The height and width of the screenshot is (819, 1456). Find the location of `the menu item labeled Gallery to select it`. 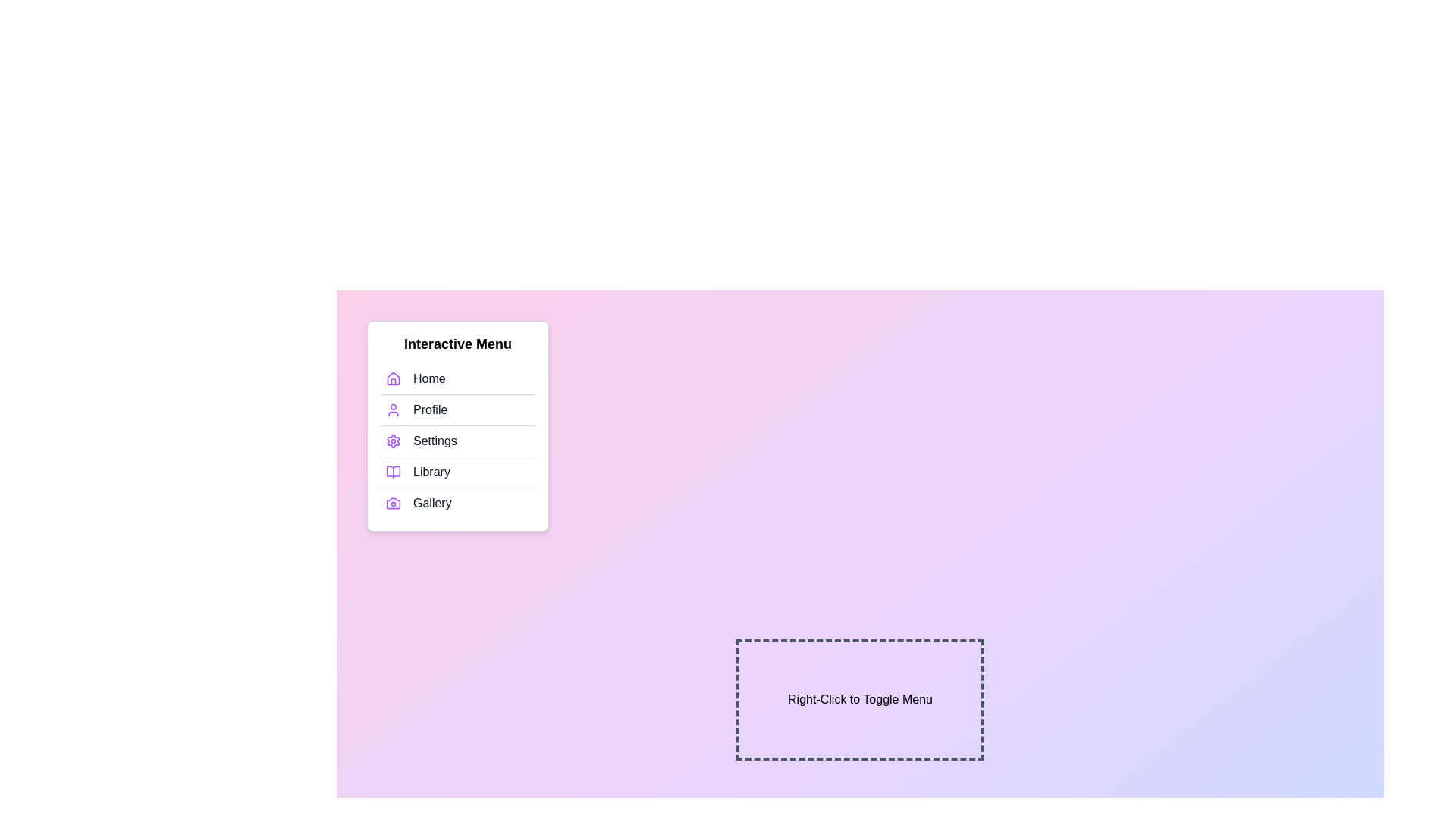

the menu item labeled Gallery to select it is located at coordinates (457, 503).